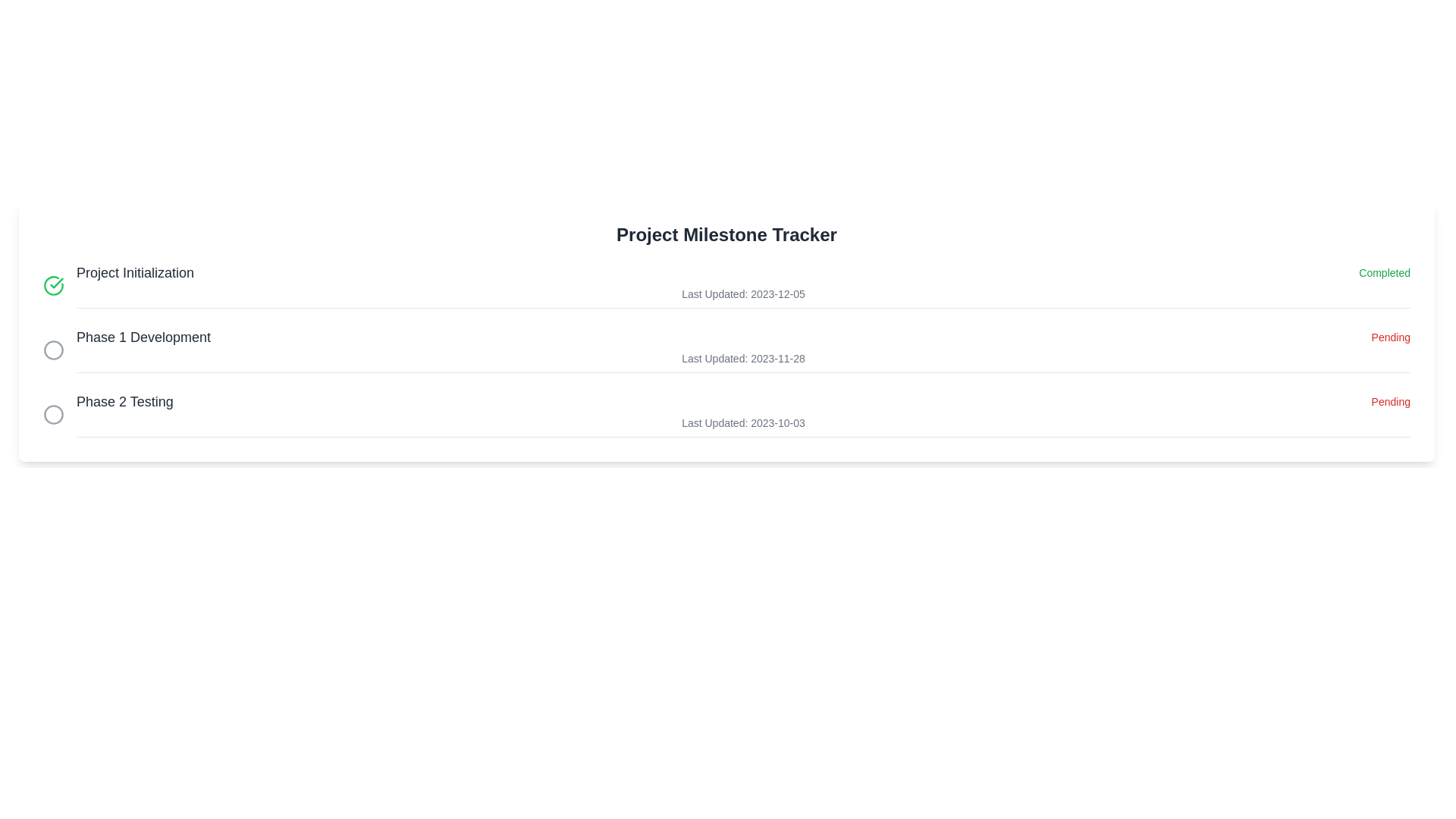 This screenshot has height=819, width=1456. What do you see at coordinates (743, 359) in the screenshot?
I see `the Text label indicating the last update timestamp under the 'Phase 1 Development' heading` at bounding box center [743, 359].